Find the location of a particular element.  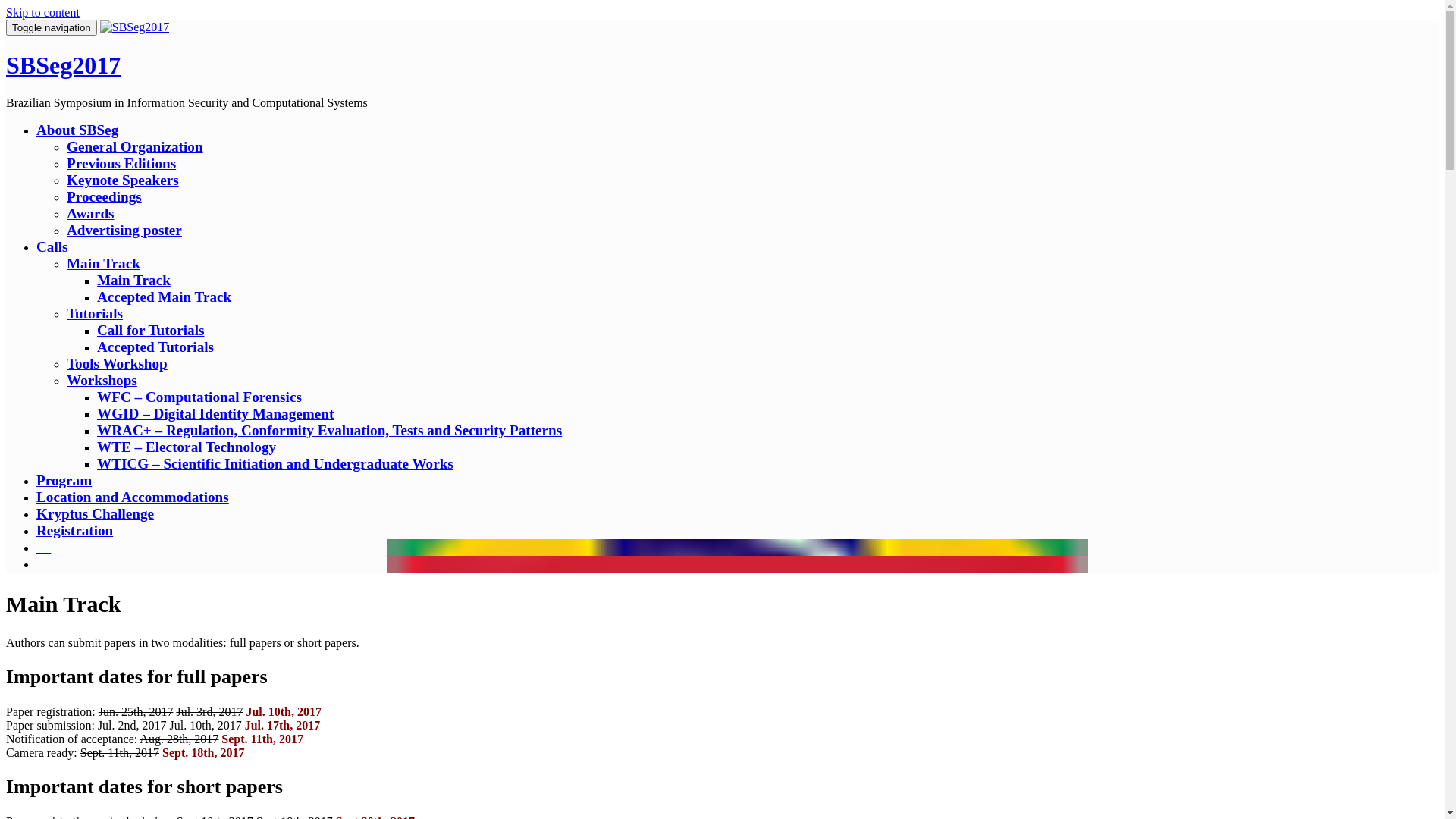

'Skip to content' is located at coordinates (6, 12).